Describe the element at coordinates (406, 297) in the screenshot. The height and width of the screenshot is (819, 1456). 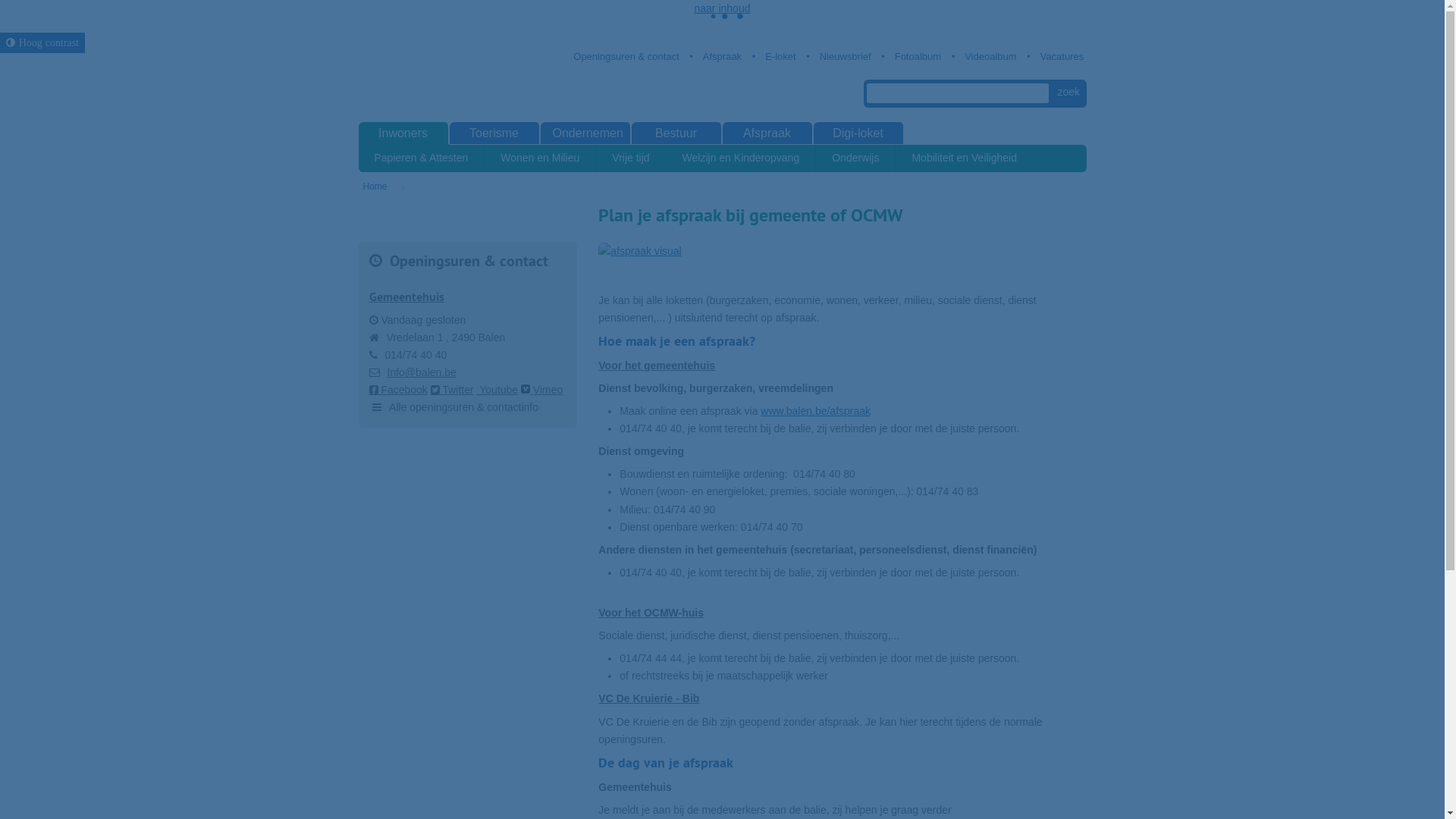
I see `'Gemeentehuis'` at that location.